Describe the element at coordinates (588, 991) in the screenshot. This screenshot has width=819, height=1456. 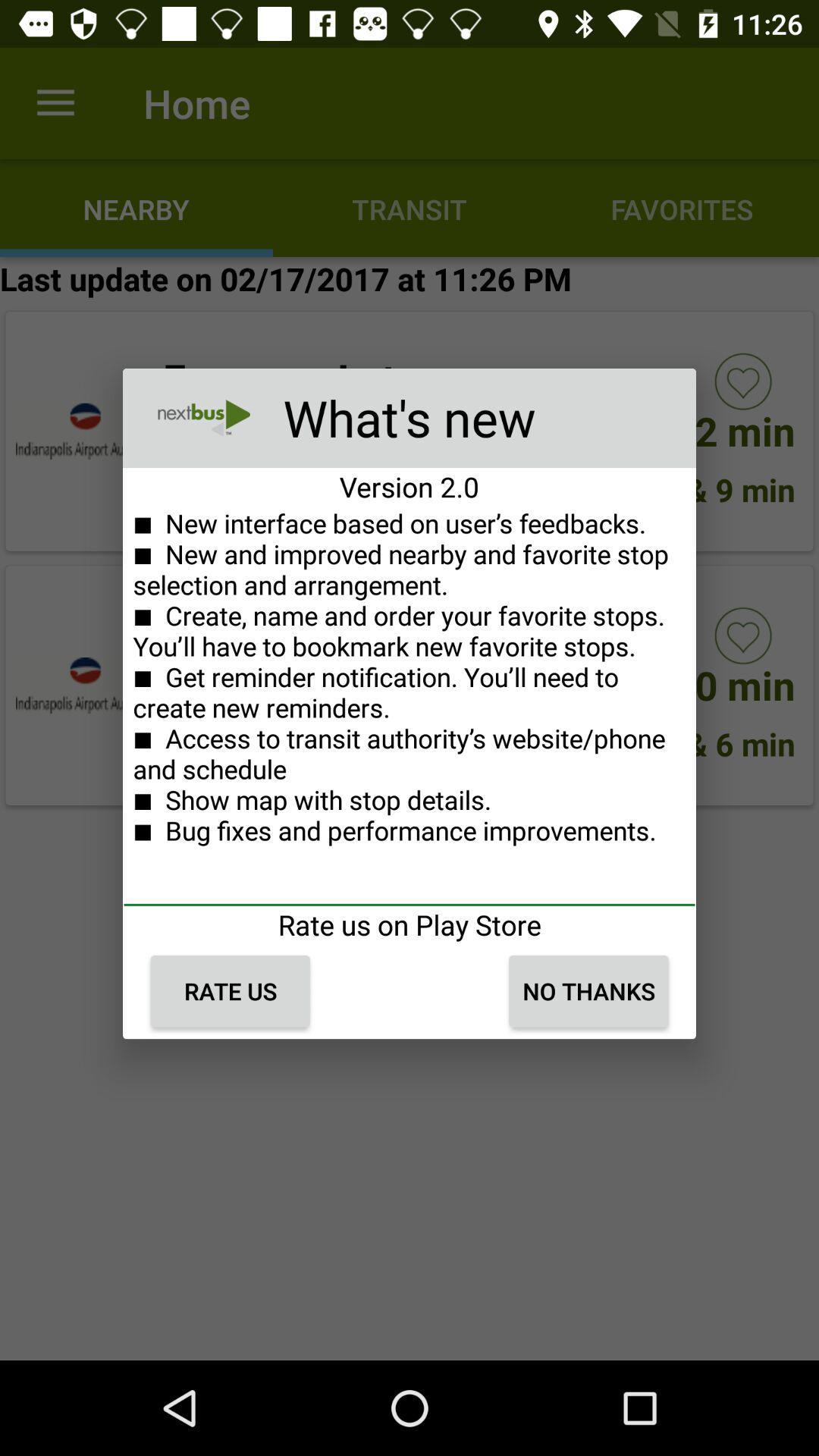
I see `the icon next to rate us item` at that location.